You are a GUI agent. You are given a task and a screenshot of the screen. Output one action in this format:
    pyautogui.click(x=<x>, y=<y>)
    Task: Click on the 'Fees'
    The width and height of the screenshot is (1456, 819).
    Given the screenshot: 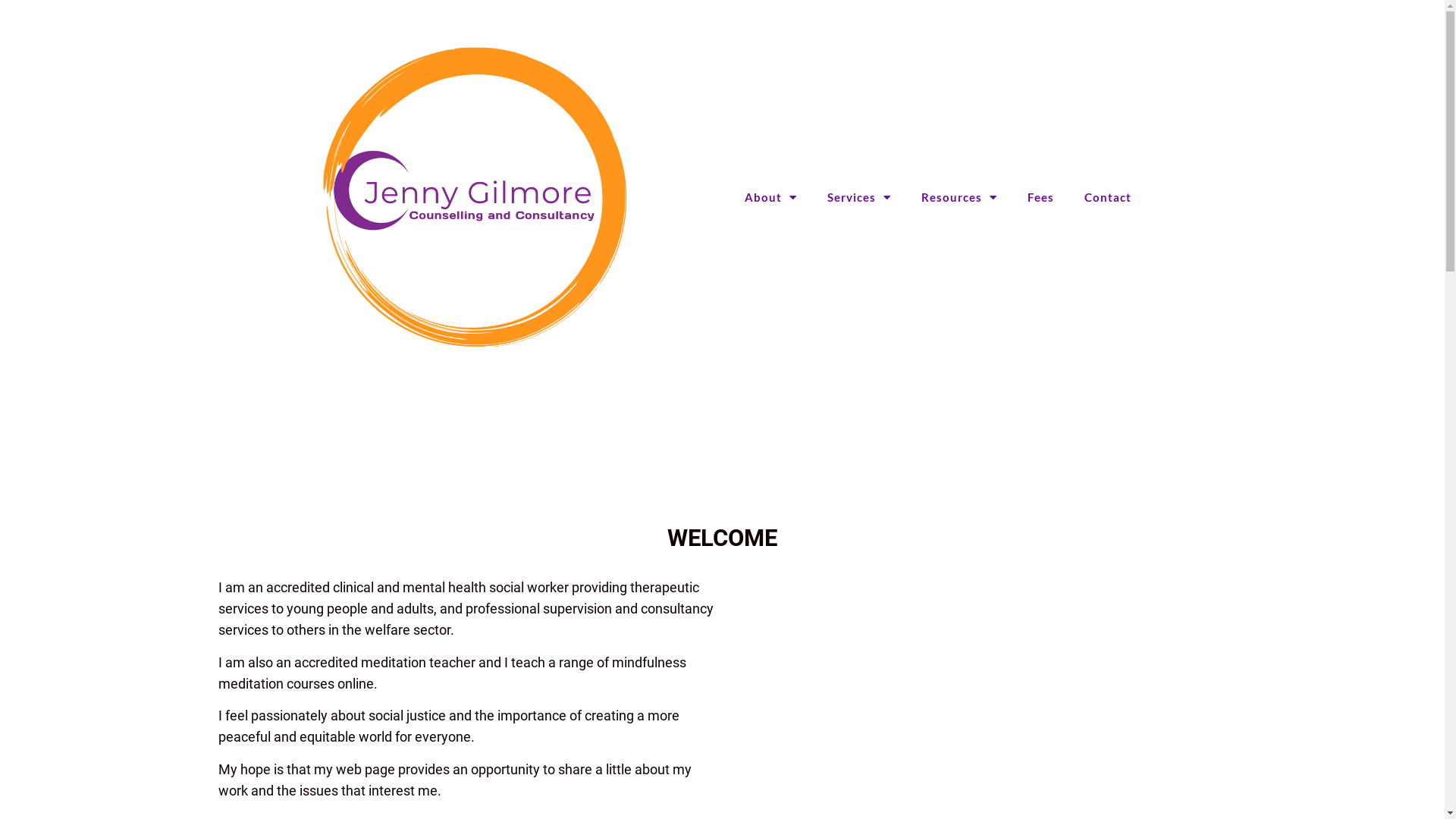 What is the action you would take?
    pyautogui.click(x=1040, y=196)
    